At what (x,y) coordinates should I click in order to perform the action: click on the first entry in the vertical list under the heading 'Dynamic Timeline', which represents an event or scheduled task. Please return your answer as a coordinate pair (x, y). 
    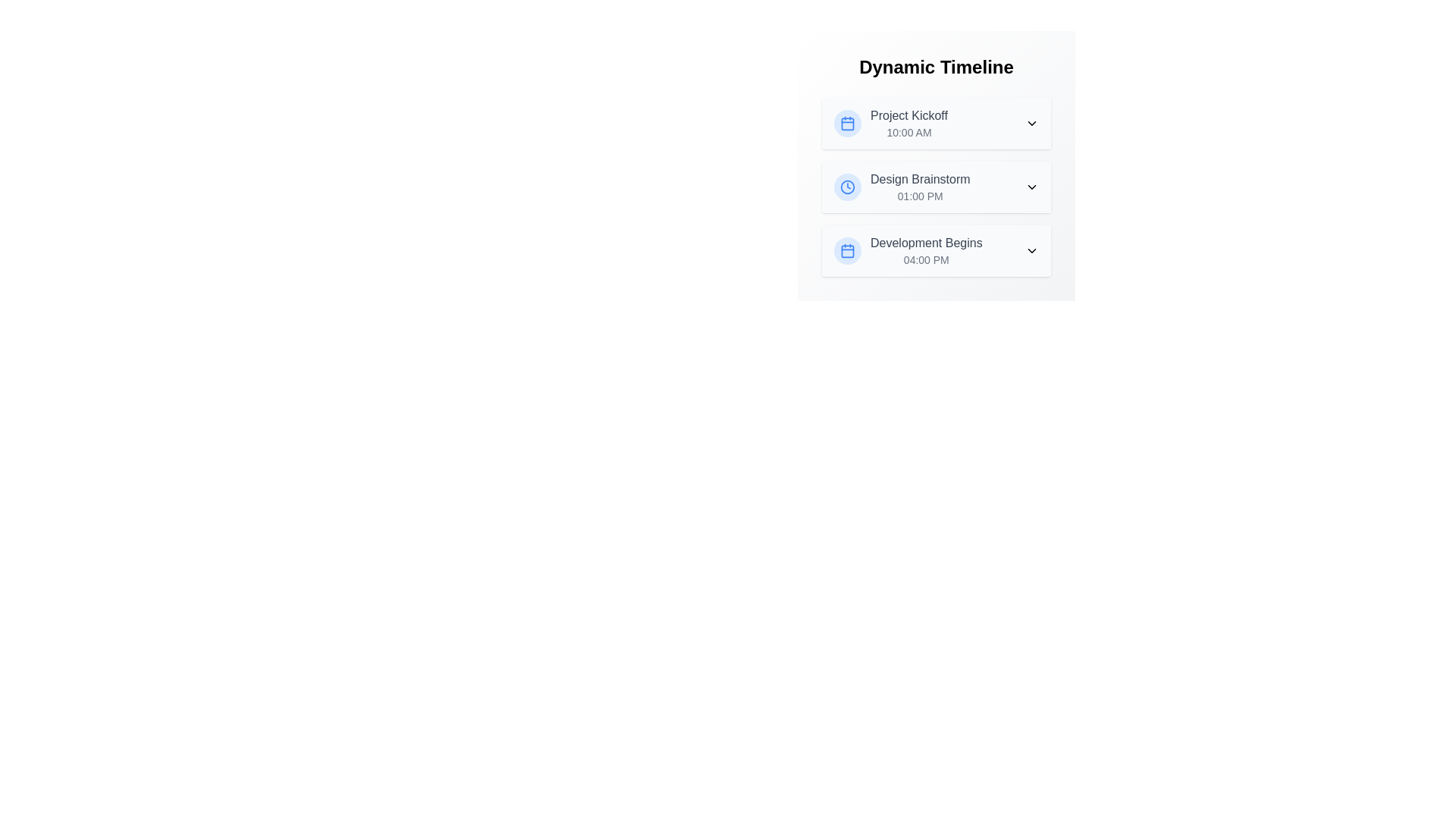
    Looking at the image, I should click on (935, 122).